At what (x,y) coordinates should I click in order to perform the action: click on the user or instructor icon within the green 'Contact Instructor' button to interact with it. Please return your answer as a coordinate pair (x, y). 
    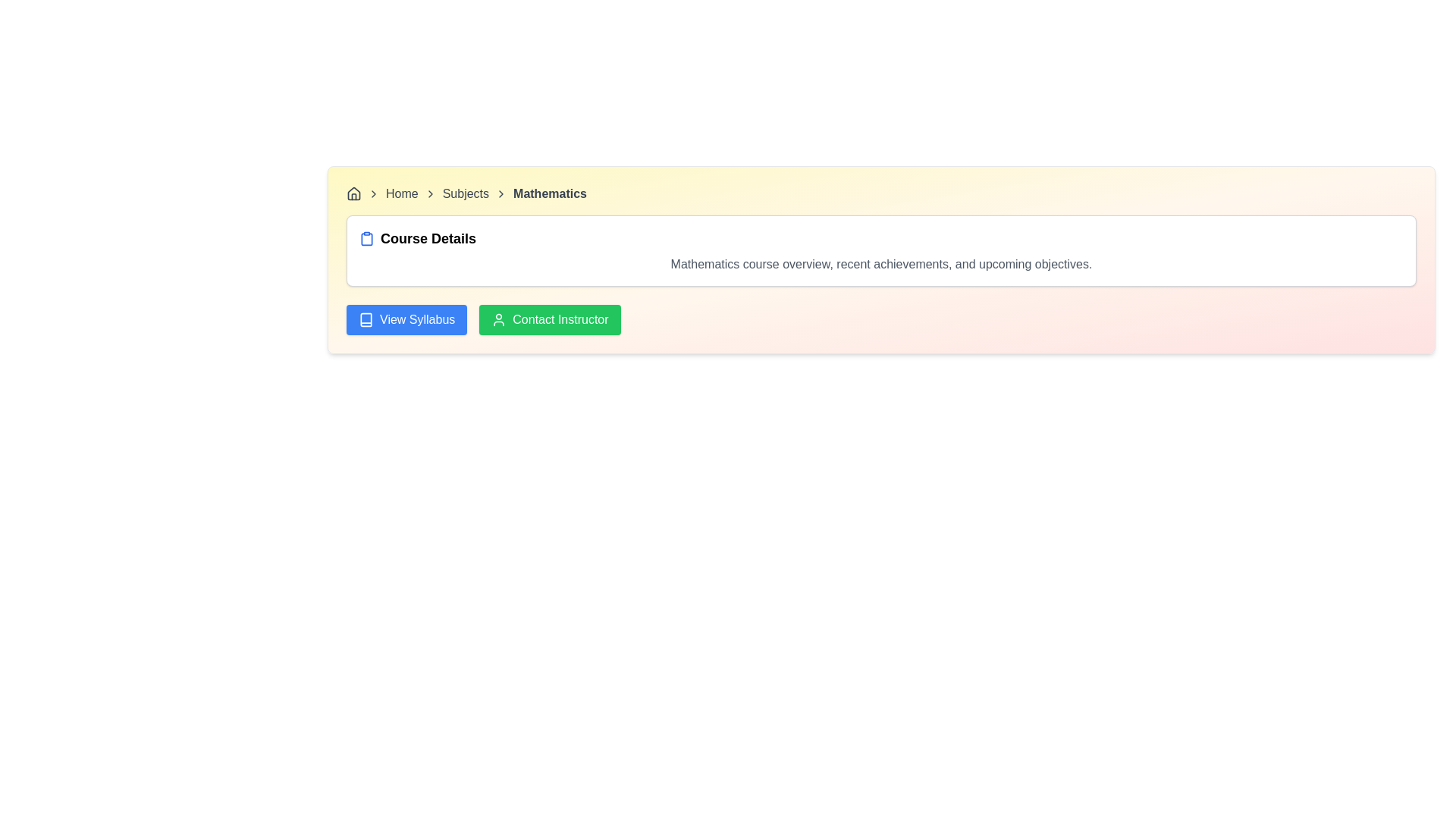
    Looking at the image, I should click on (499, 318).